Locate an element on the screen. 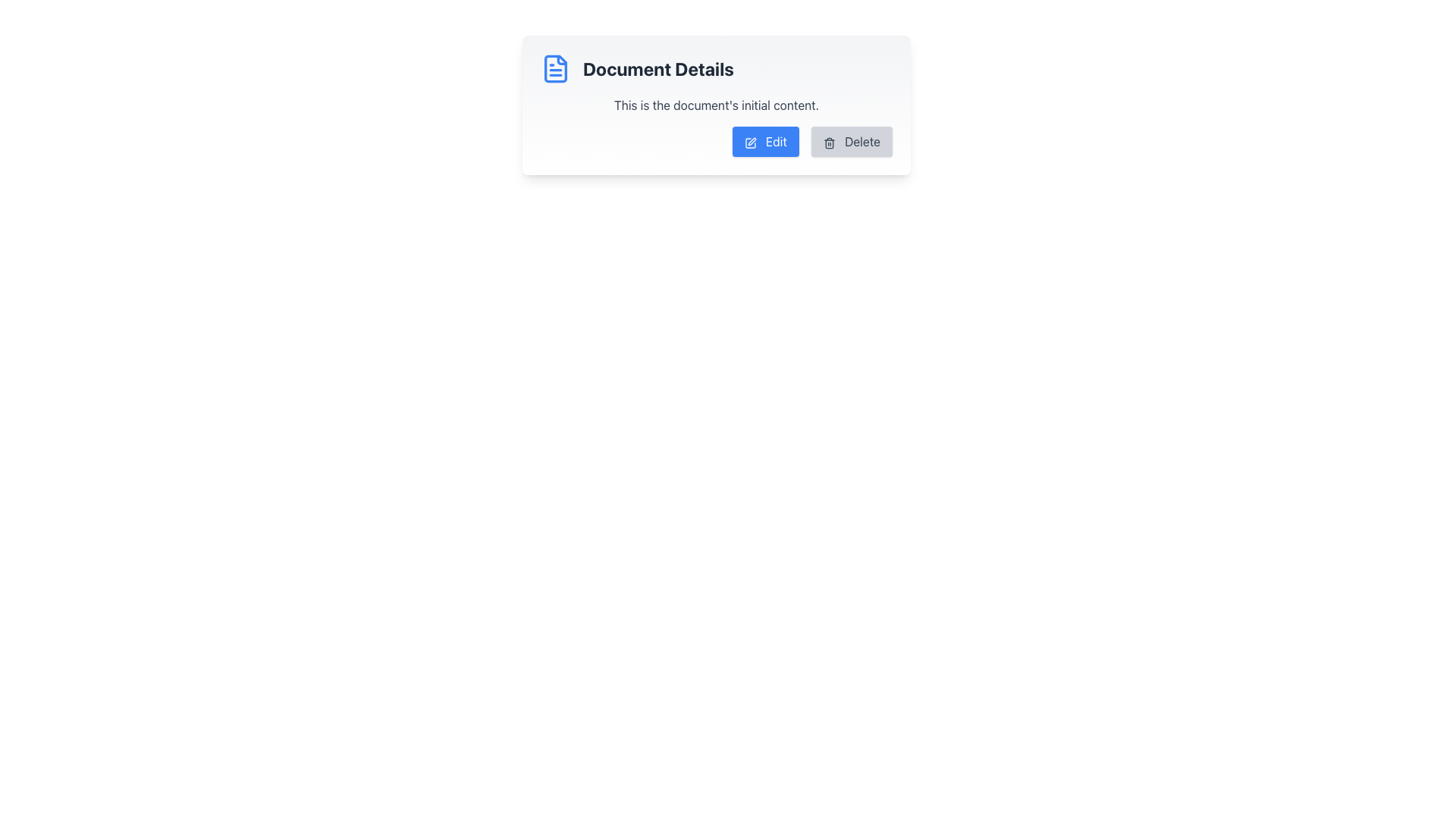 The width and height of the screenshot is (1456, 819). the 'Delete' button located at the bottom right section of the 'Document Details' card, which features a gray background and a trash can icon is located at coordinates (852, 141).